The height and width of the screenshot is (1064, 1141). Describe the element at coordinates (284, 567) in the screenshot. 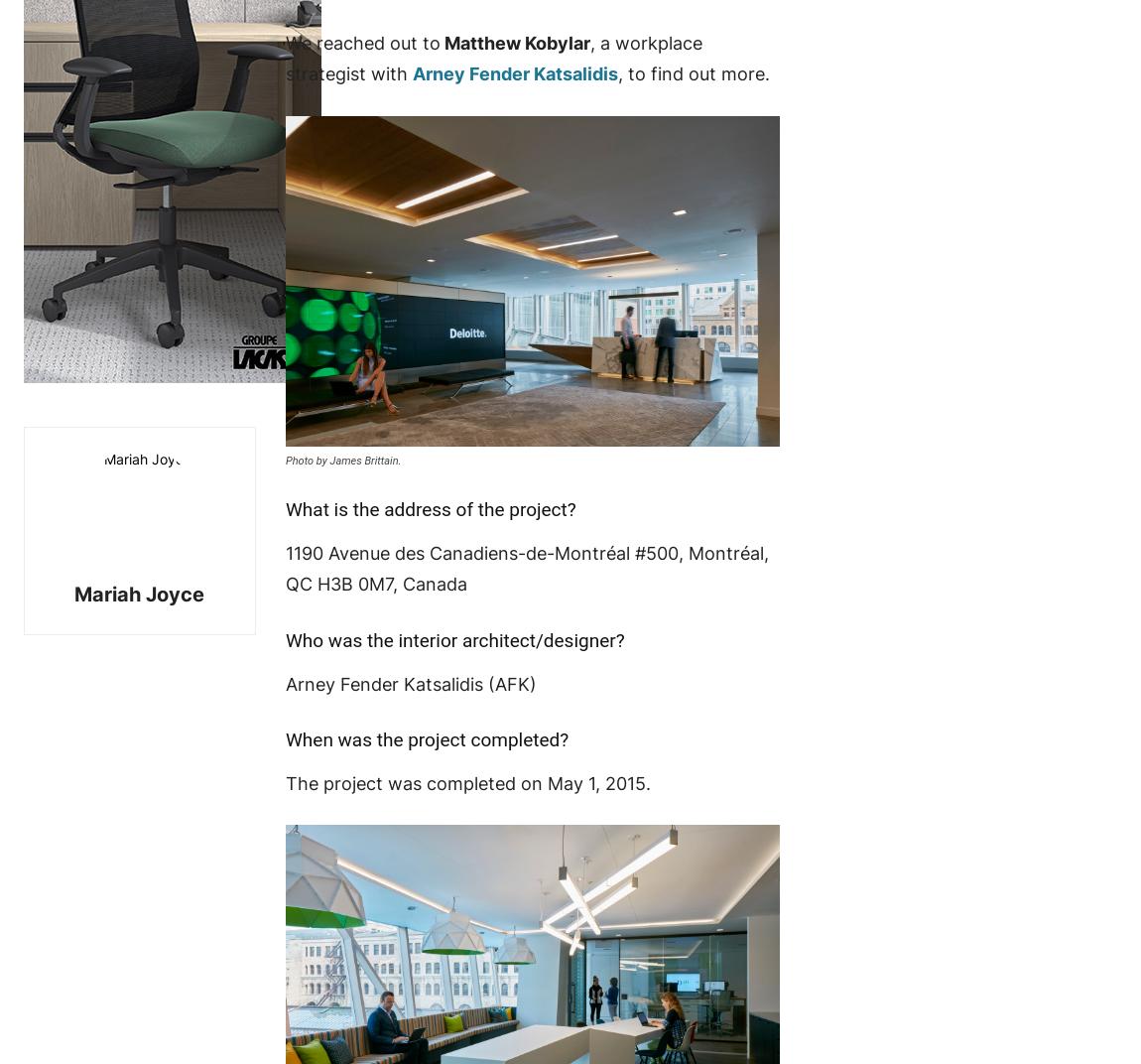

I see `'1190 Avenue des Canadiens-de-Montréal #500, Montréal, QC H3B 0M7, Canada'` at that location.